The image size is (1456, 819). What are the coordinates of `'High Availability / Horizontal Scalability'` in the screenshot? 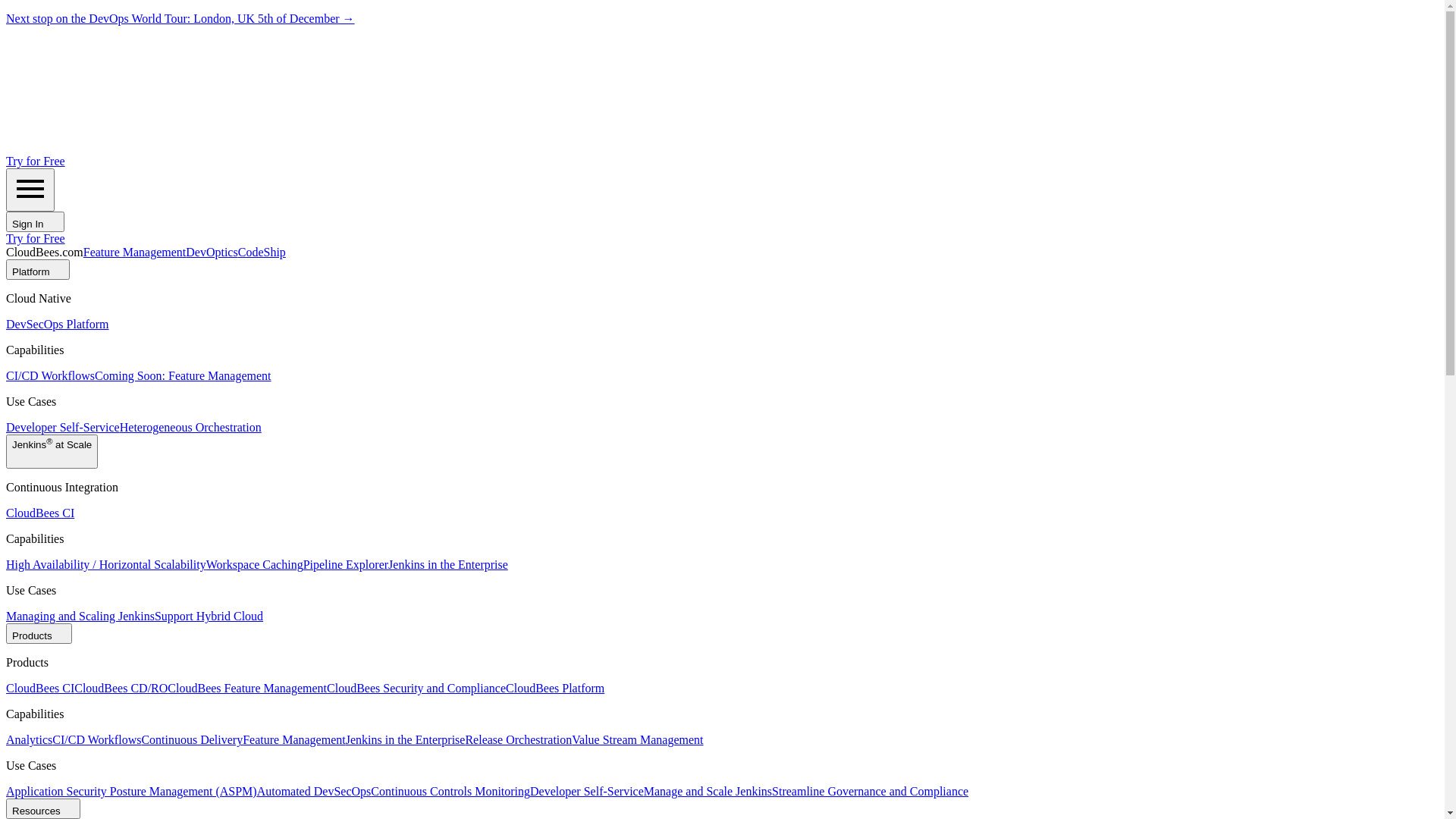 It's located at (105, 564).